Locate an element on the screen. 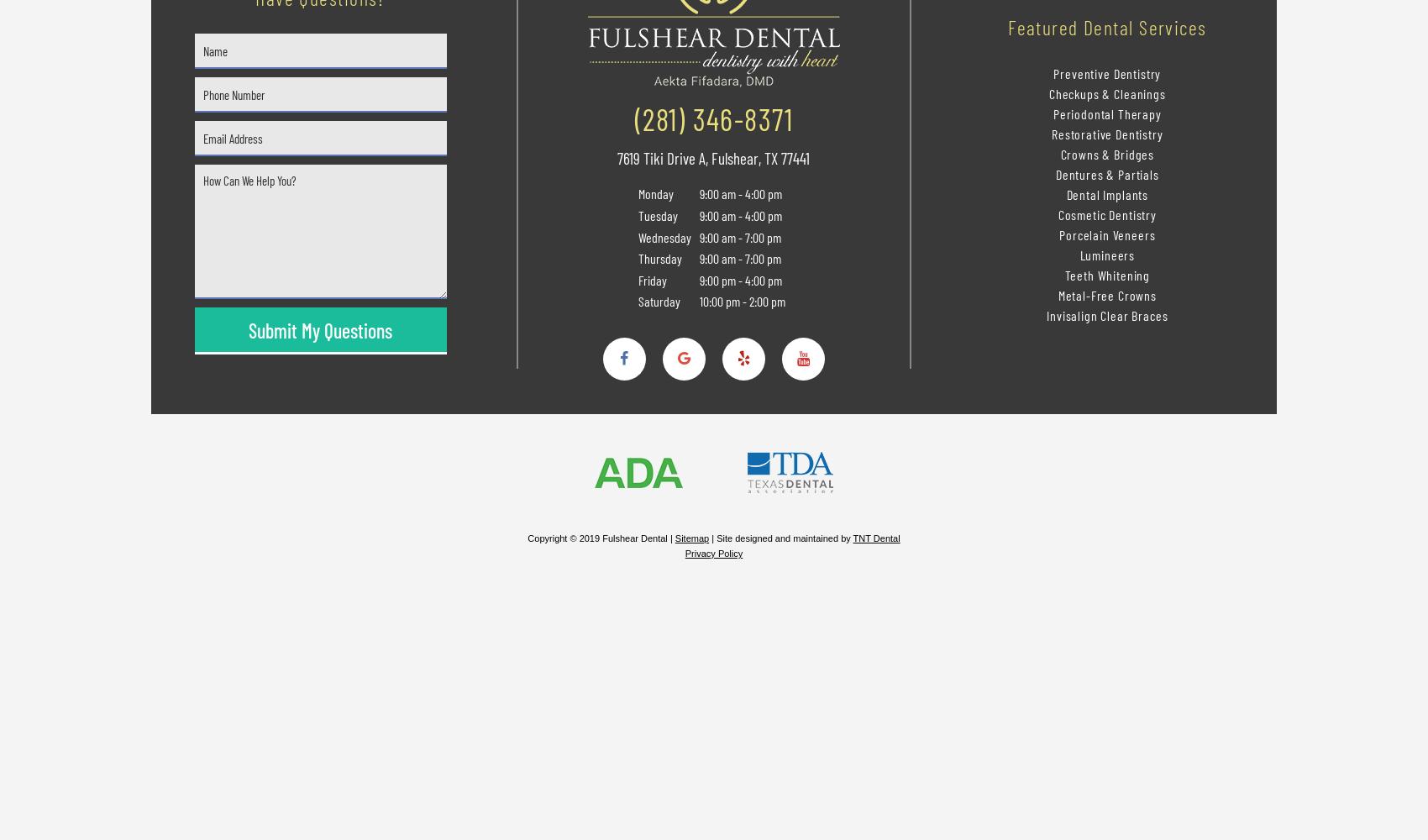  '10:00 pm - 2:00 pm' is located at coordinates (740, 300).